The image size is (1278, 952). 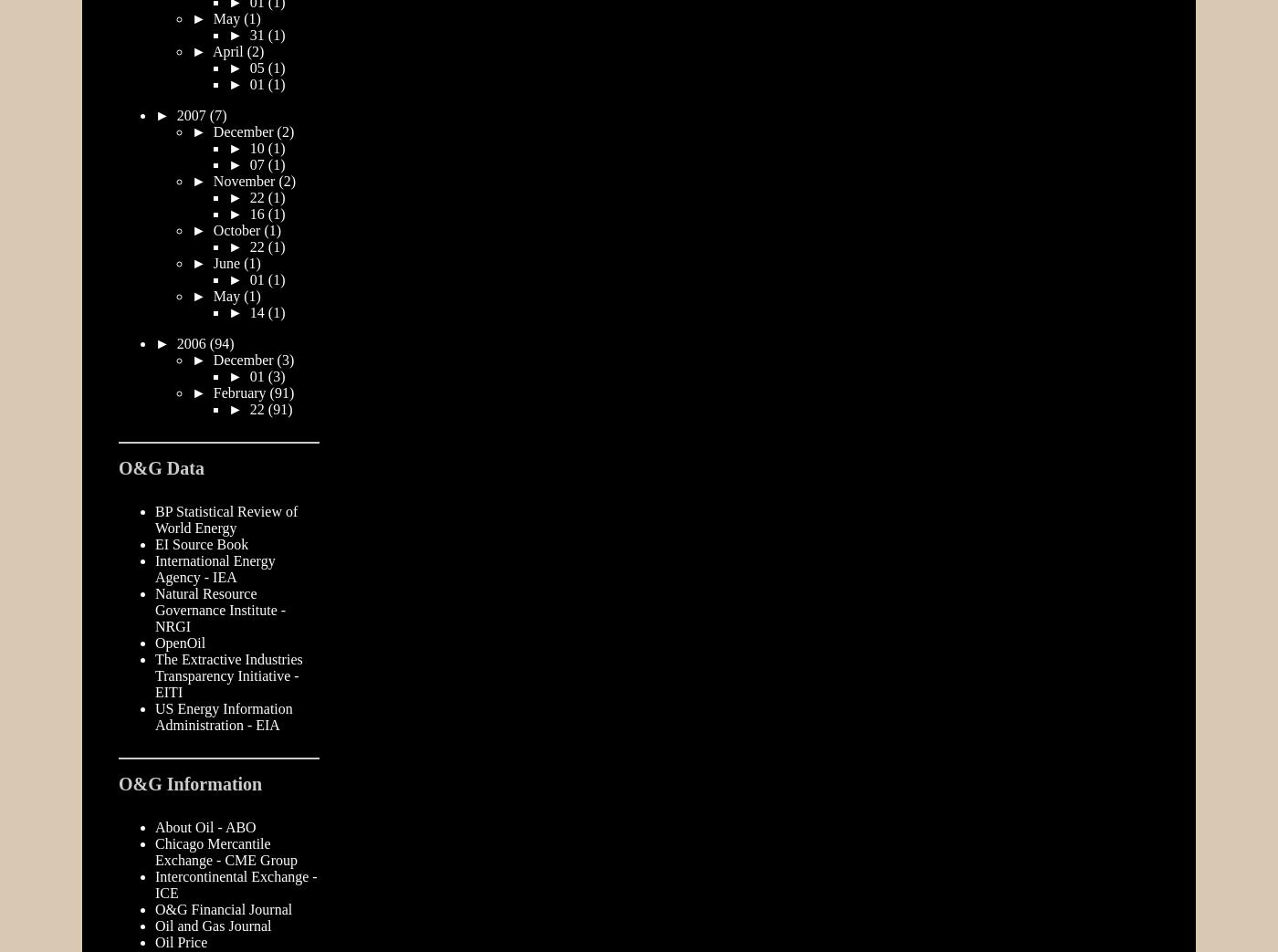 What do you see at coordinates (202, 543) in the screenshot?
I see `'EI Source Book'` at bounding box center [202, 543].